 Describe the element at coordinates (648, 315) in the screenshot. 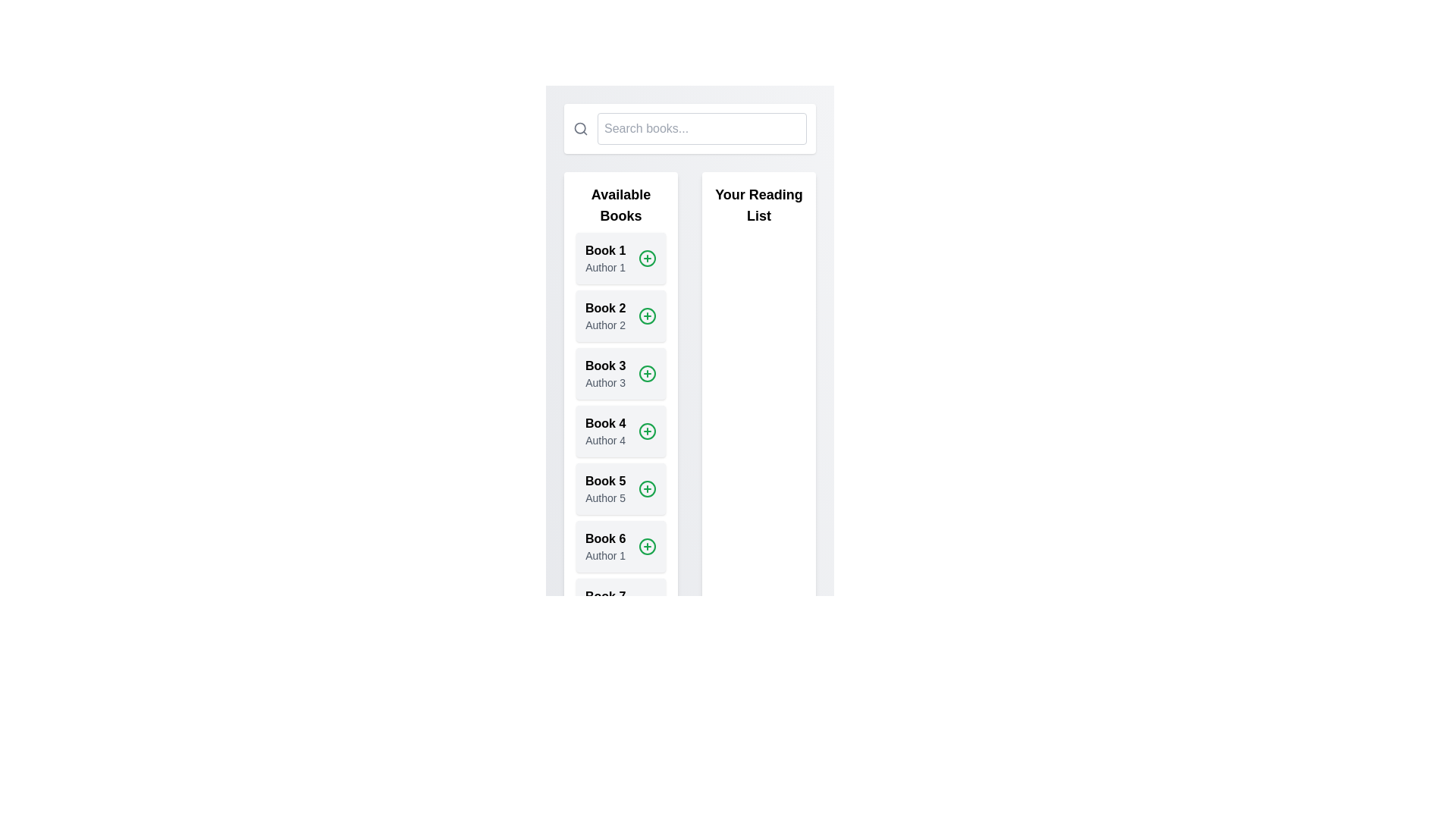

I see `the SVG circle element that represents the 'Add to Reading List' button, located to the right of the 'Book 2' entry in the 'Available Books' list` at that location.